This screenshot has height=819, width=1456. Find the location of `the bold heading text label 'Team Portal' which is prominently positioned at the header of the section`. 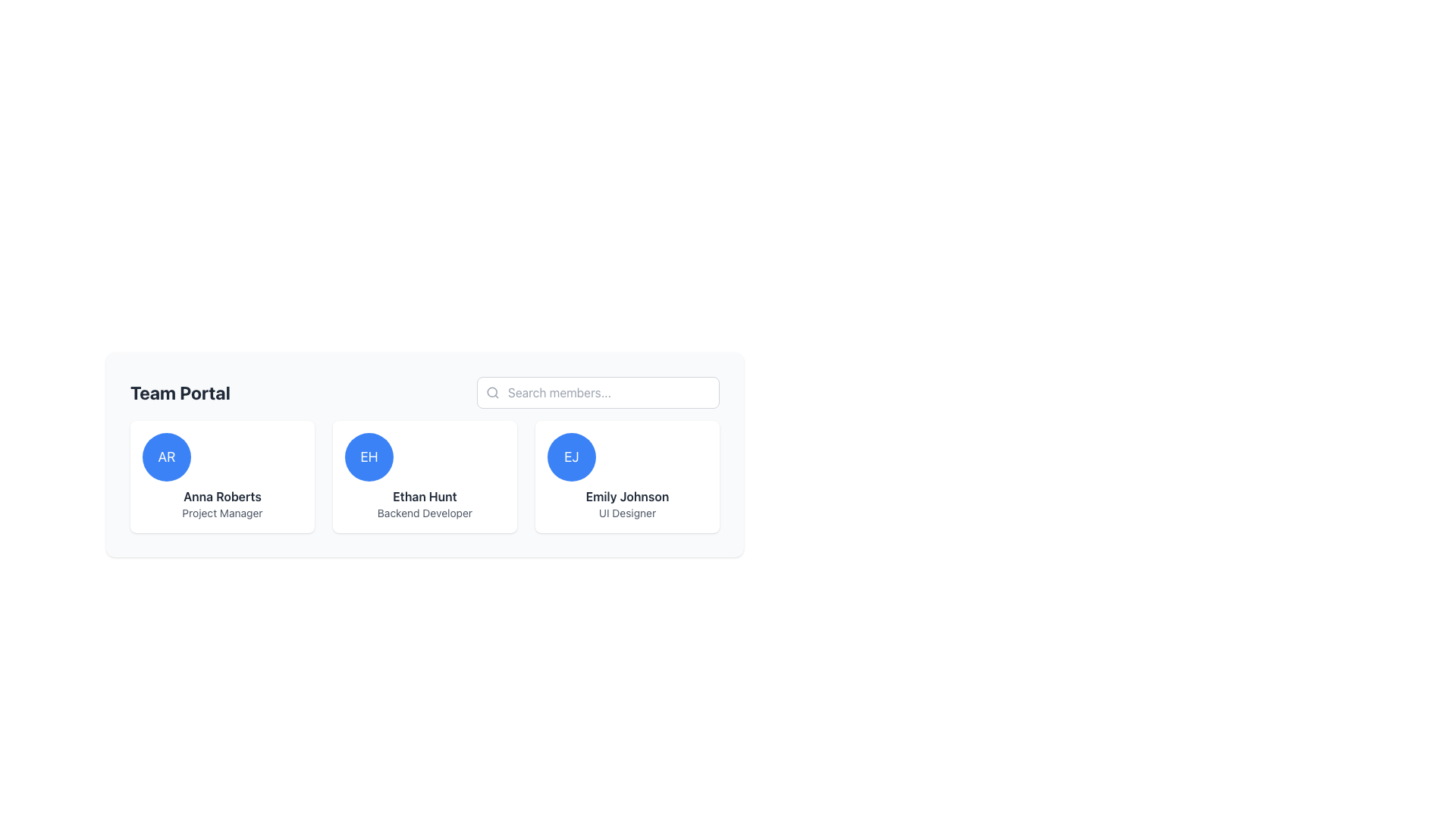

the bold heading text label 'Team Portal' which is prominently positioned at the header of the section is located at coordinates (180, 391).